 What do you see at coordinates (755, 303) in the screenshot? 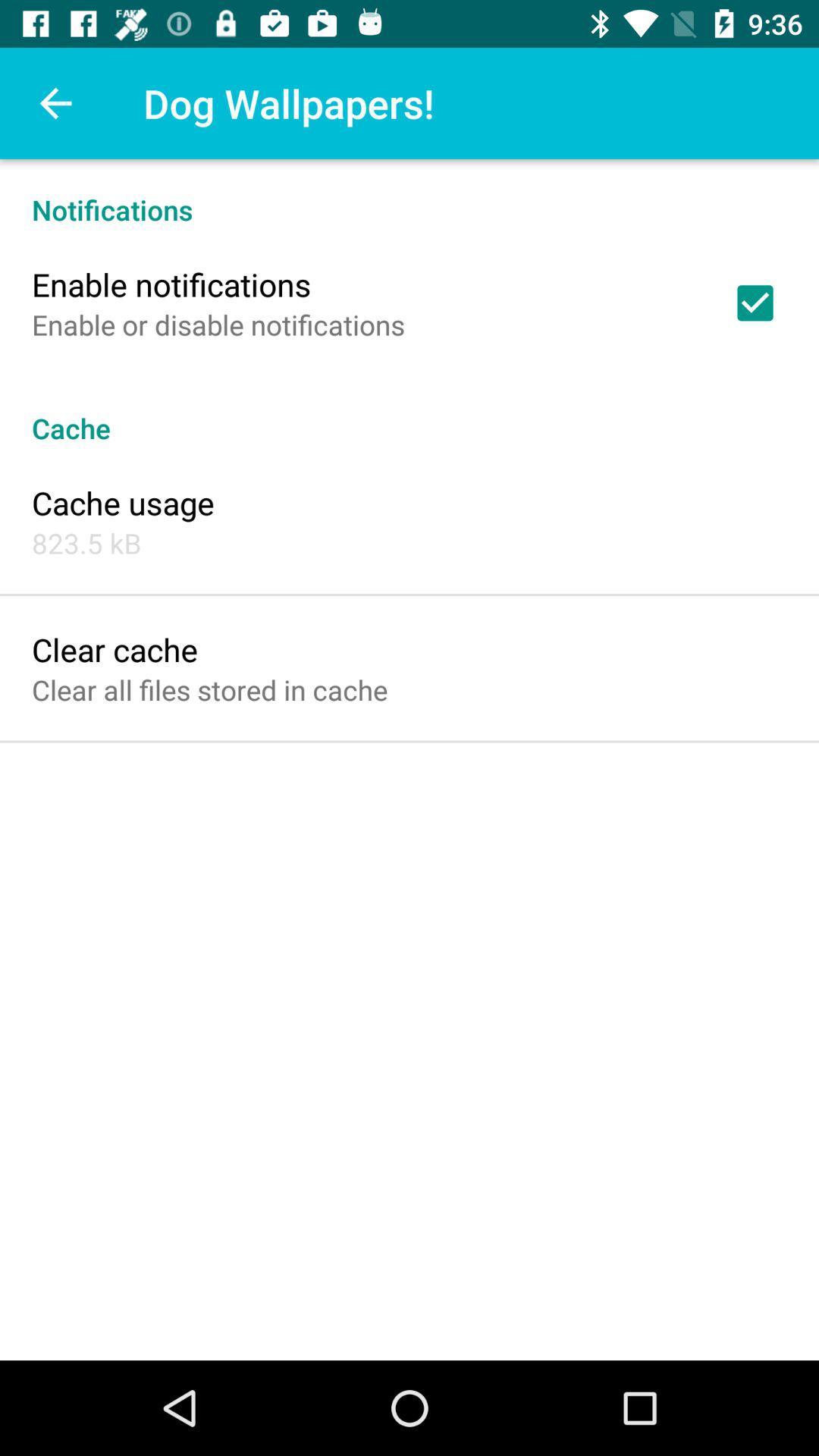
I see `check box` at bounding box center [755, 303].